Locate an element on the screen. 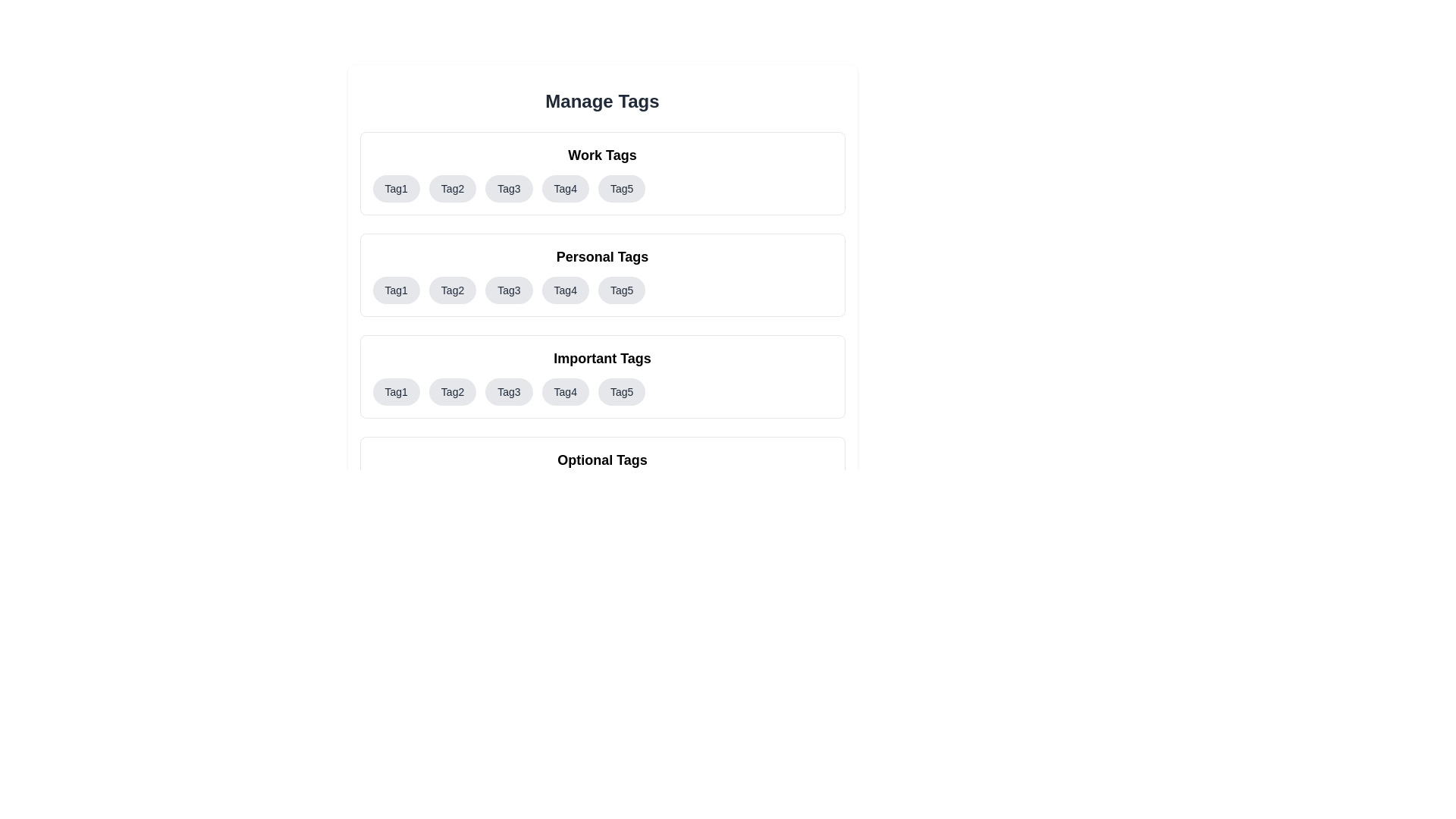  a tag within the Interactive tag group located in the 'Personal Tags' section is located at coordinates (601, 290).